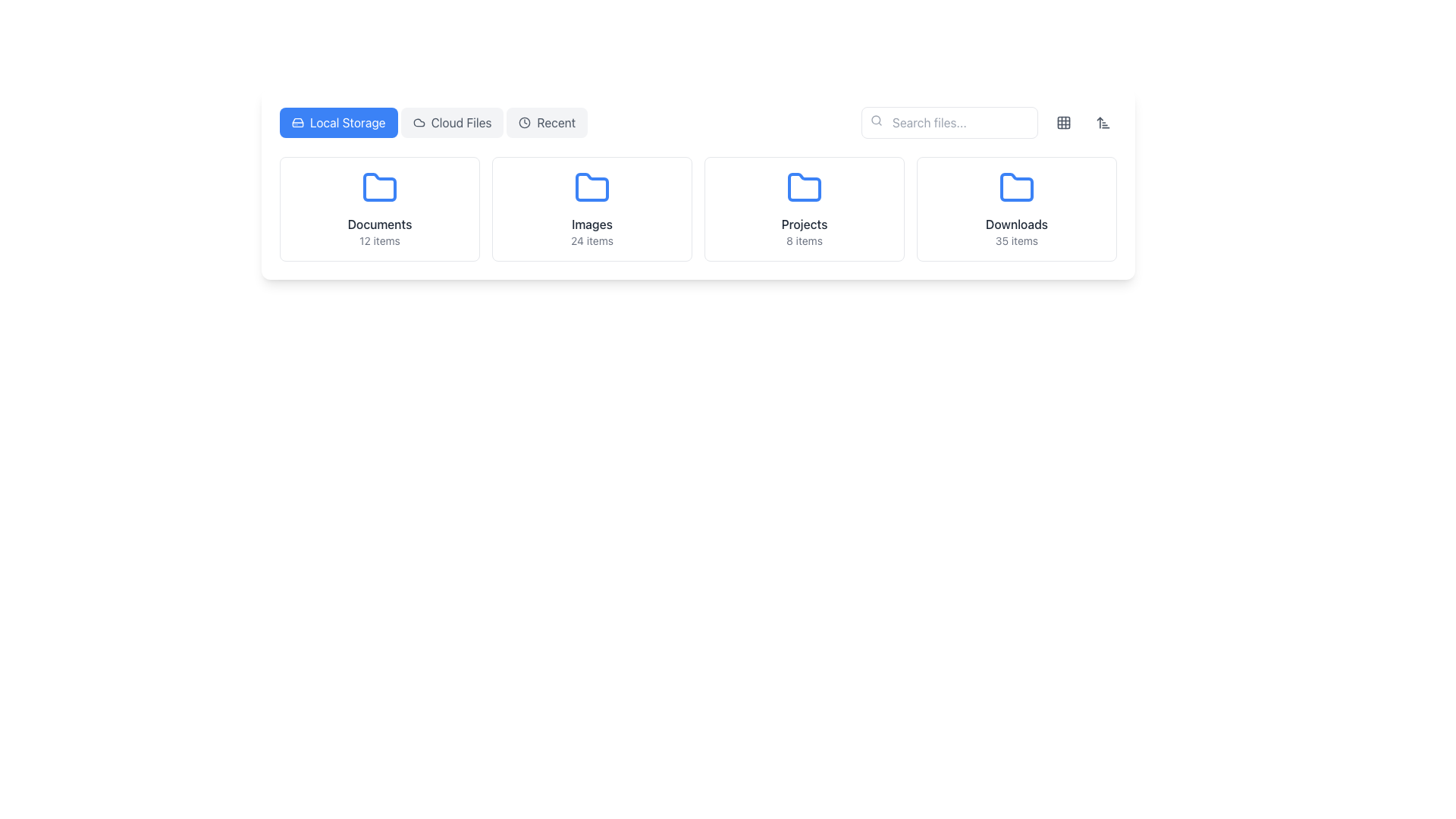 This screenshot has width=1456, height=819. Describe the element at coordinates (379, 240) in the screenshot. I see `the static text label reading '12 items' located within the 'Documents' folder card, positioned directly below the title 'Documents.'` at that location.